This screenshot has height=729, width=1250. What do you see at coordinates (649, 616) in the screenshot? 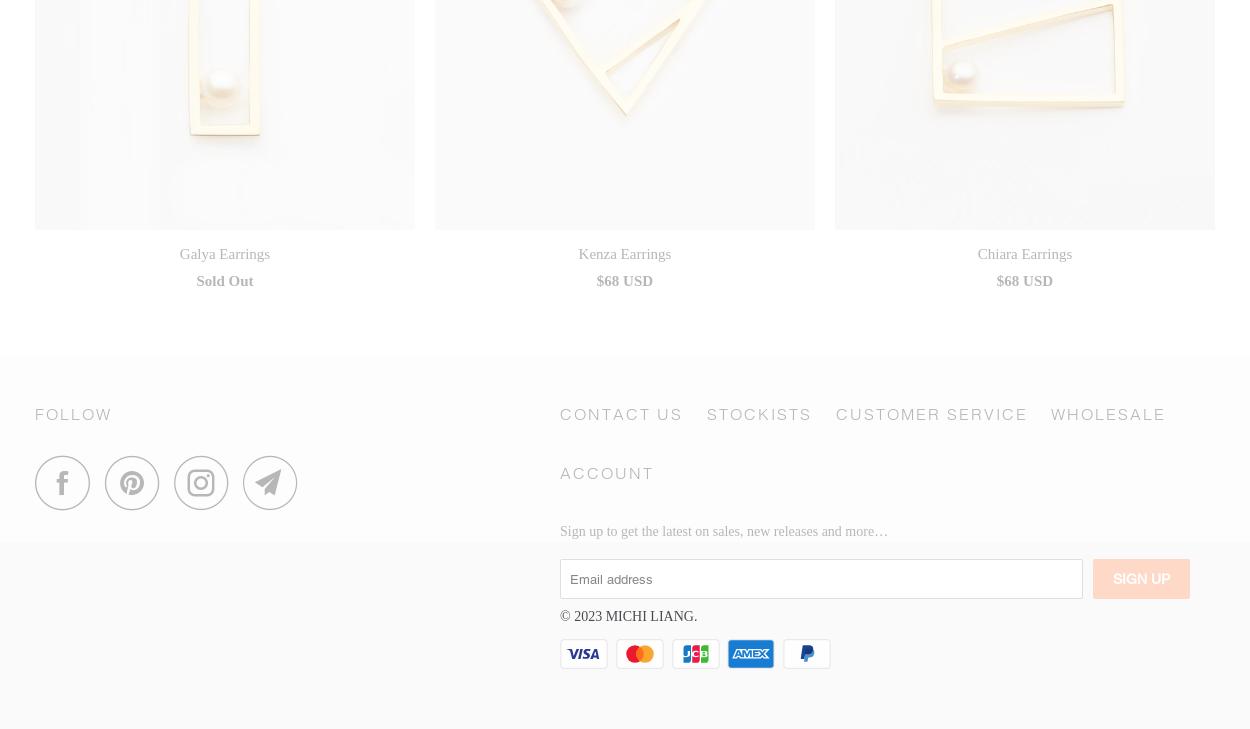
I see `'MICHI LIANG'` at bounding box center [649, 616].